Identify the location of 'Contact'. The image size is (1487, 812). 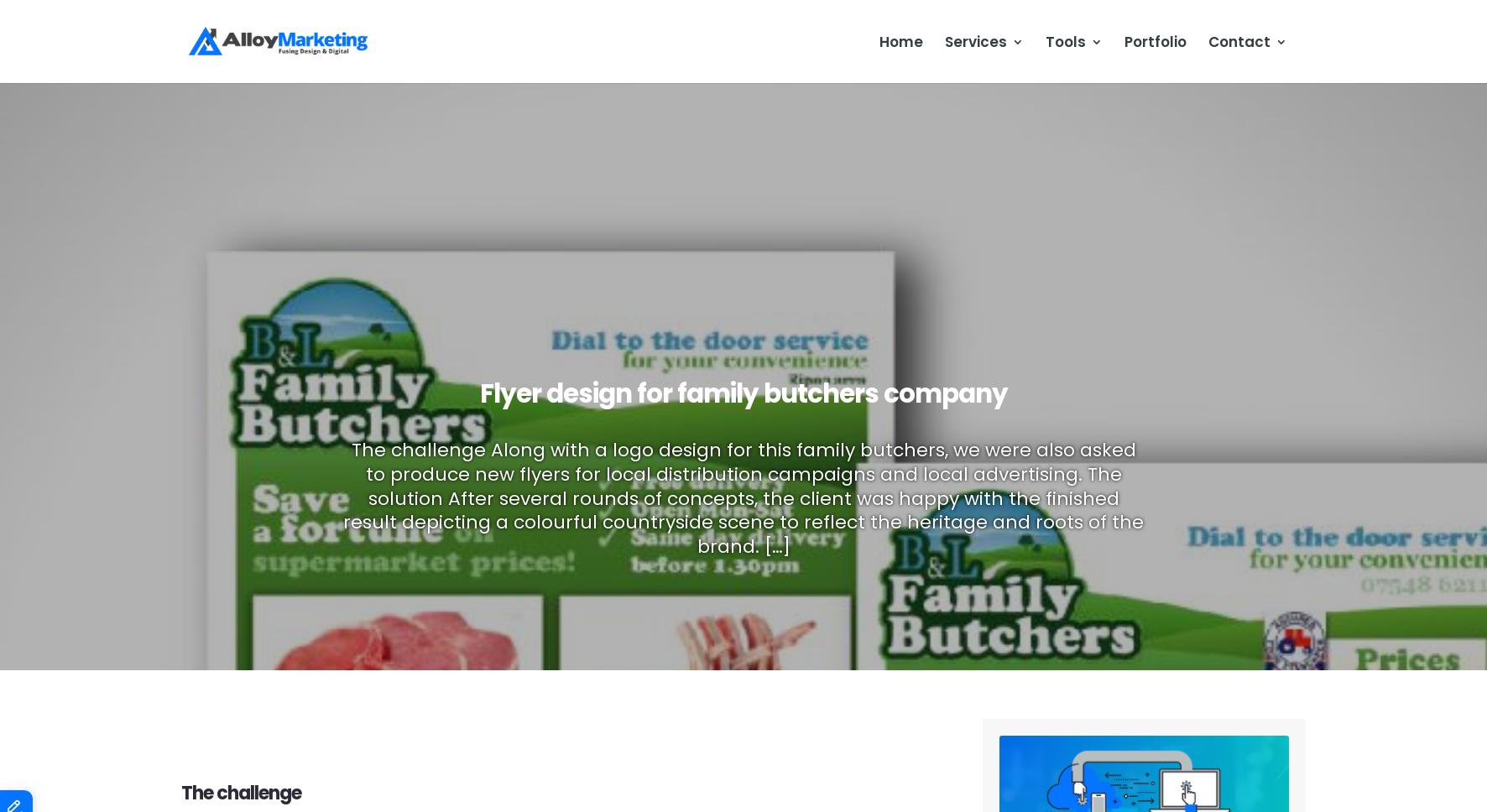
(1239, 39).